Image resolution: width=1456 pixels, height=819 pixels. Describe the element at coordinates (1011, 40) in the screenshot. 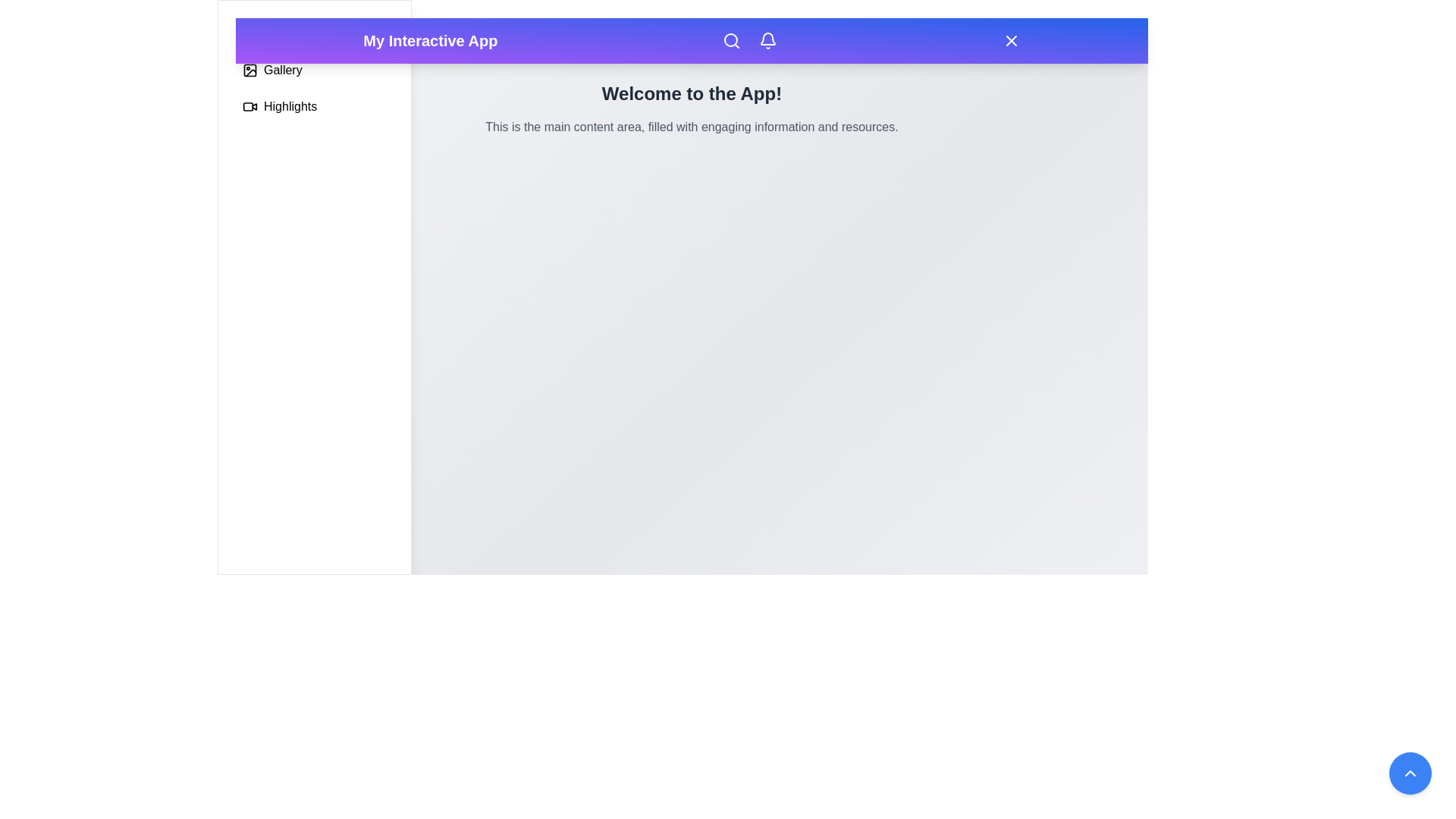

I see `the white 'X' icon located in the blue-purple gradient header bar at the top right to potentially see a tooltip` at that location.